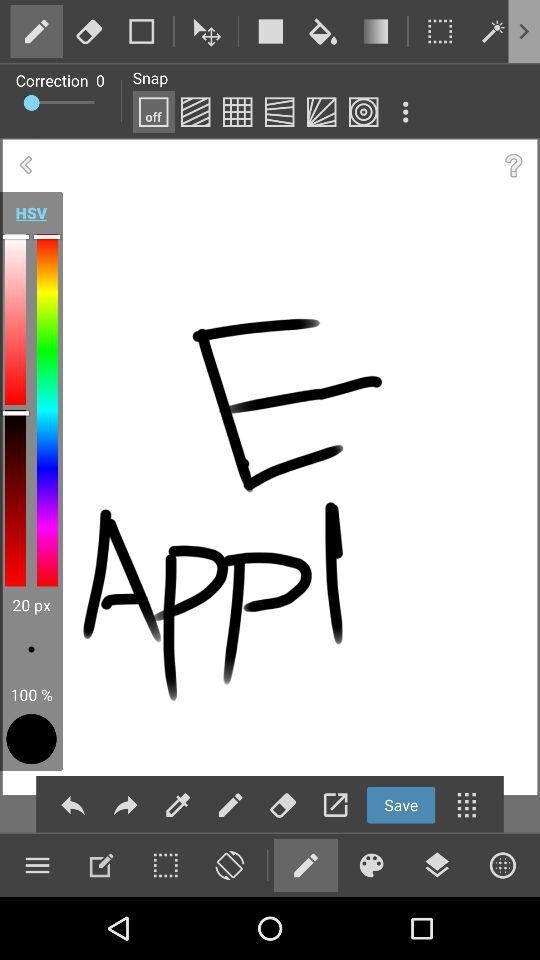 This screenshot has height=960, width=540. I want to click on open help, so click(513, 164).